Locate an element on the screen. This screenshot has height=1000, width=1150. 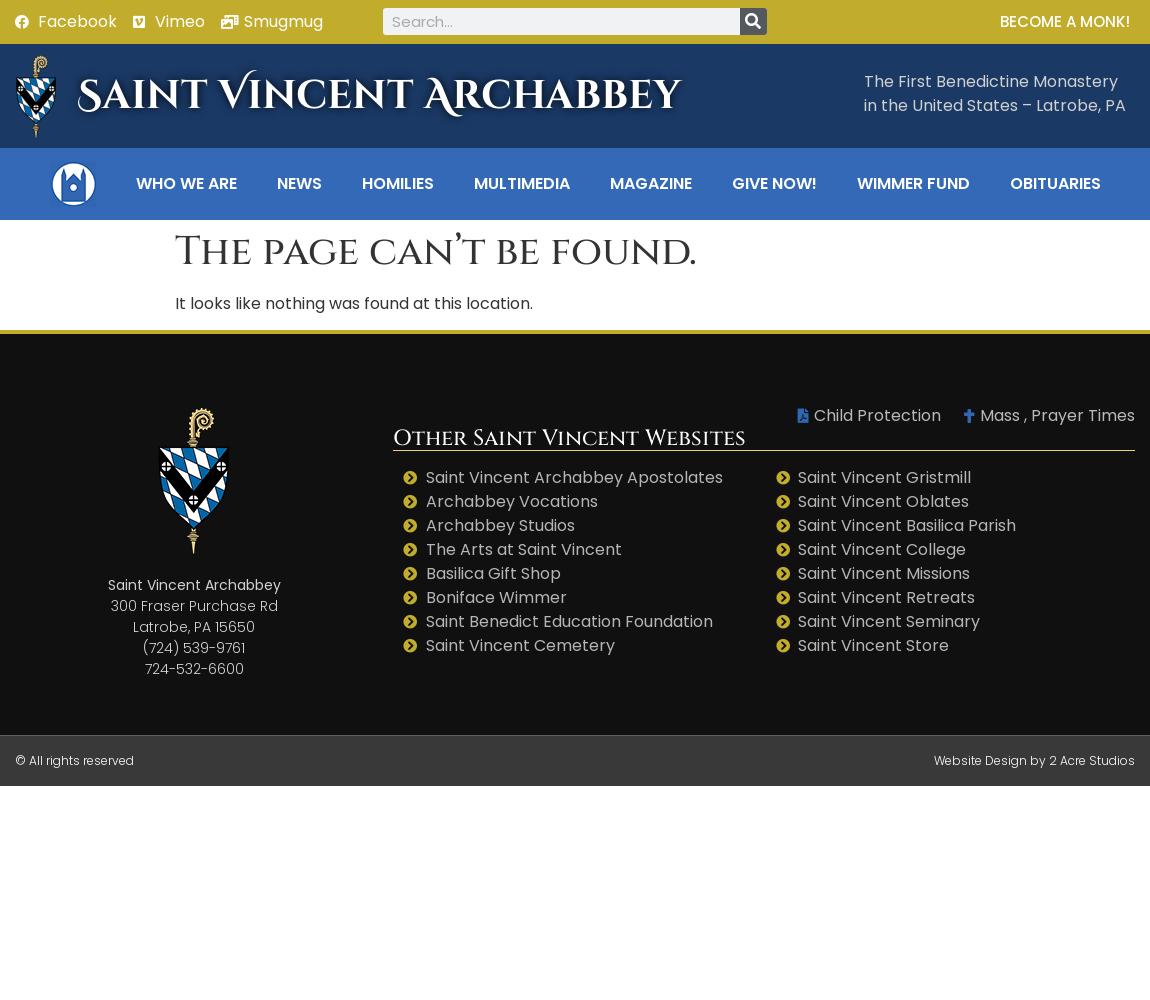
'Saint Benedict Education Foundation' is located at coordinates (568, 620).